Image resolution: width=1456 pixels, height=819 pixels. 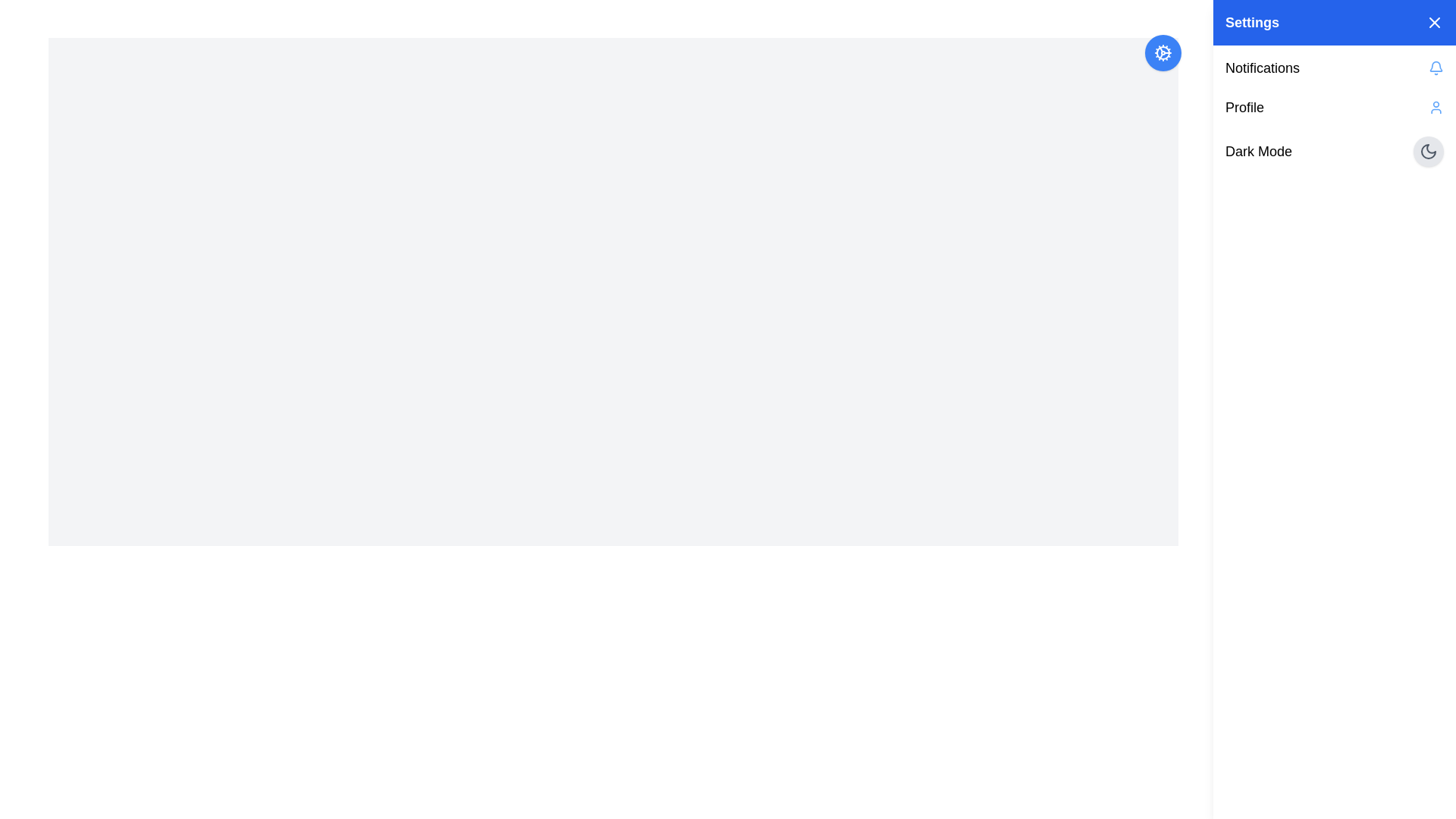 What do you see at coordinates (1259, 152) in the screenshot?
I see `the 'Dark Mode' text label in the settings menu, which is styled in medium-large black font against a white background, located to the left of an interactive circular button` at bounding box center [1259, 152].